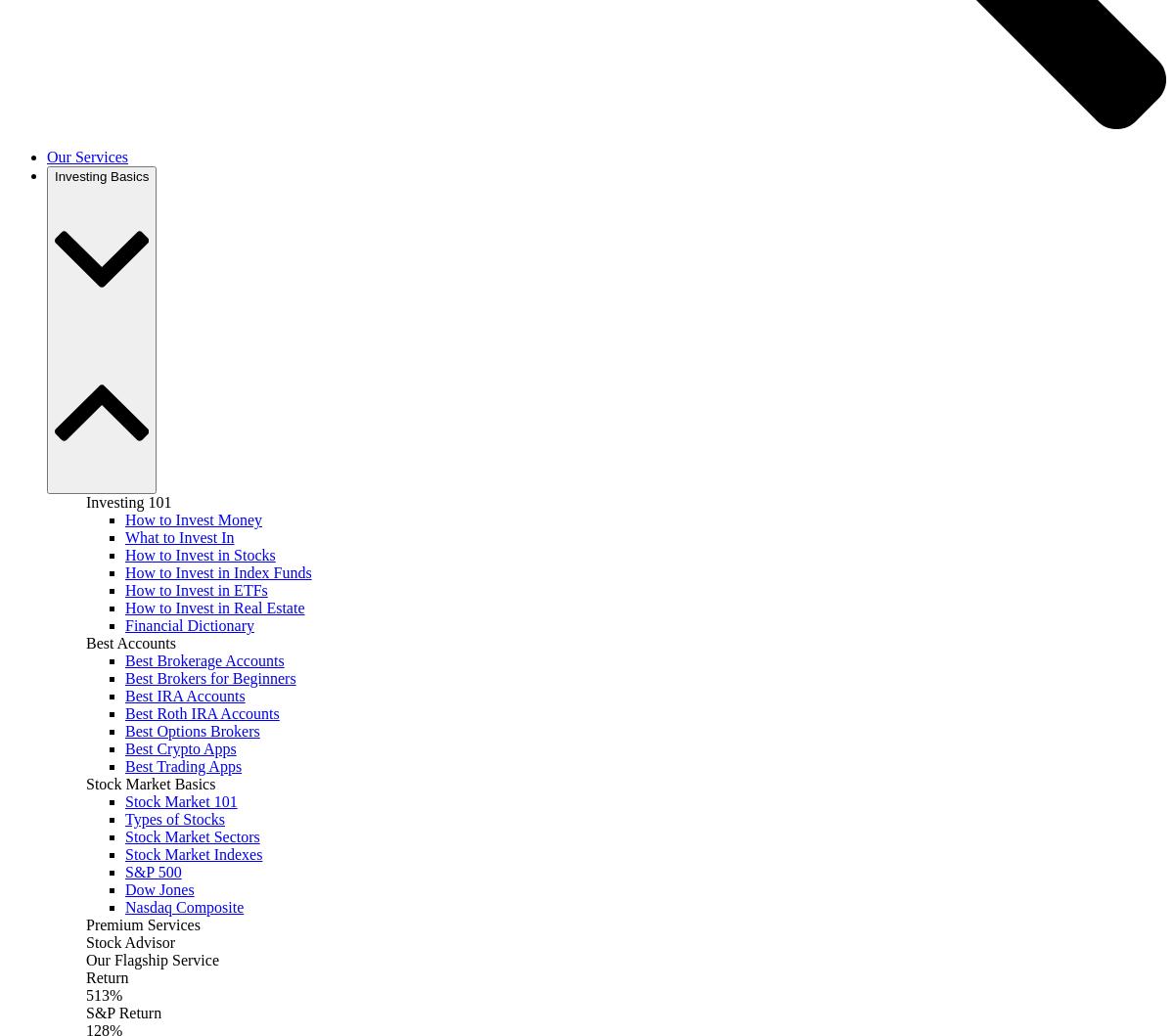 The image size is (1174, 1036). Describe the element at coordinates (130, 941) in the screenshot. I see `'Stock Advisor'` at that location.